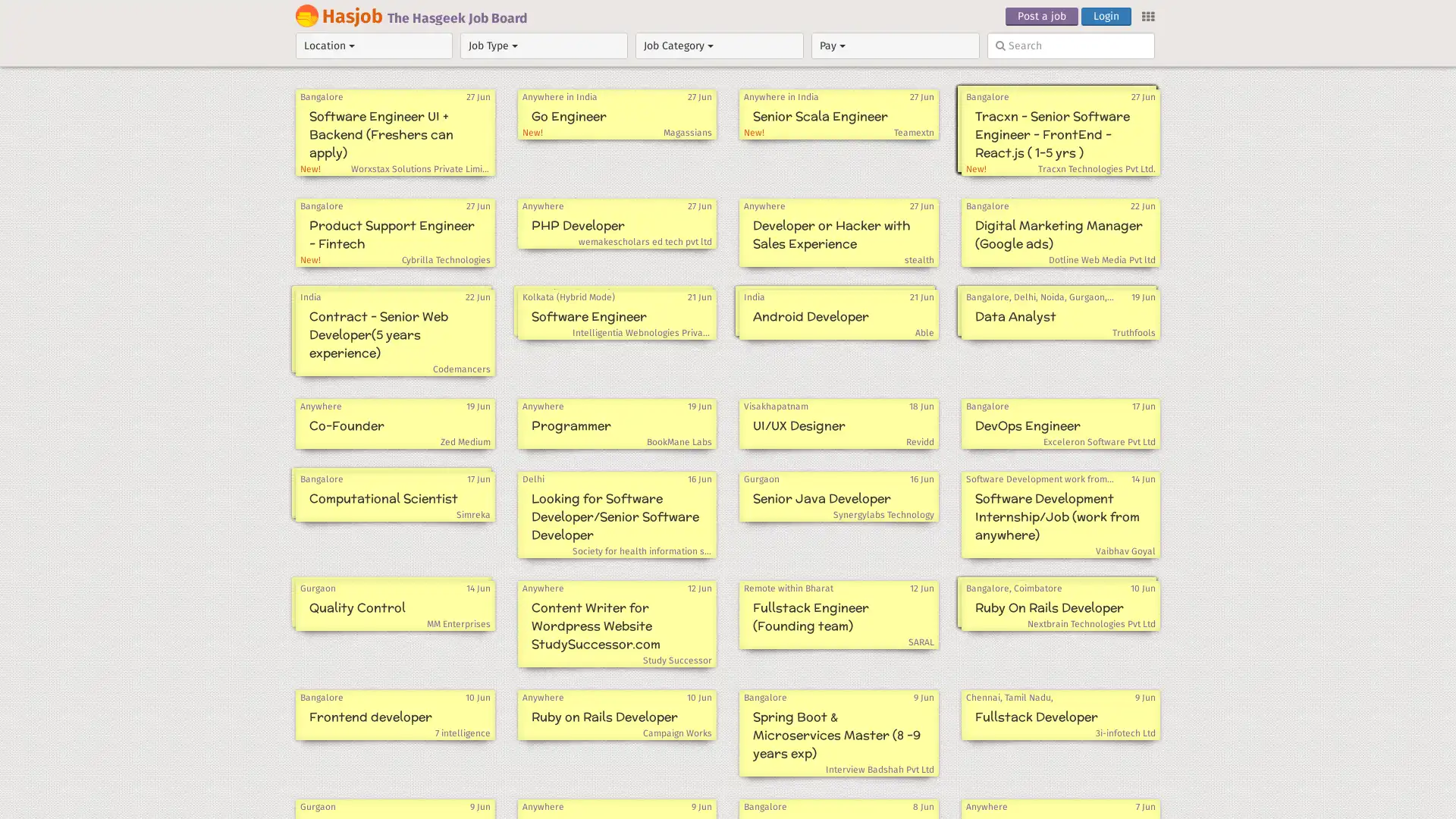 This screenshot has width=1456, height=819. Describe the element at coordinates (895, 45) in the screenshot. I see `Pay` at that location.